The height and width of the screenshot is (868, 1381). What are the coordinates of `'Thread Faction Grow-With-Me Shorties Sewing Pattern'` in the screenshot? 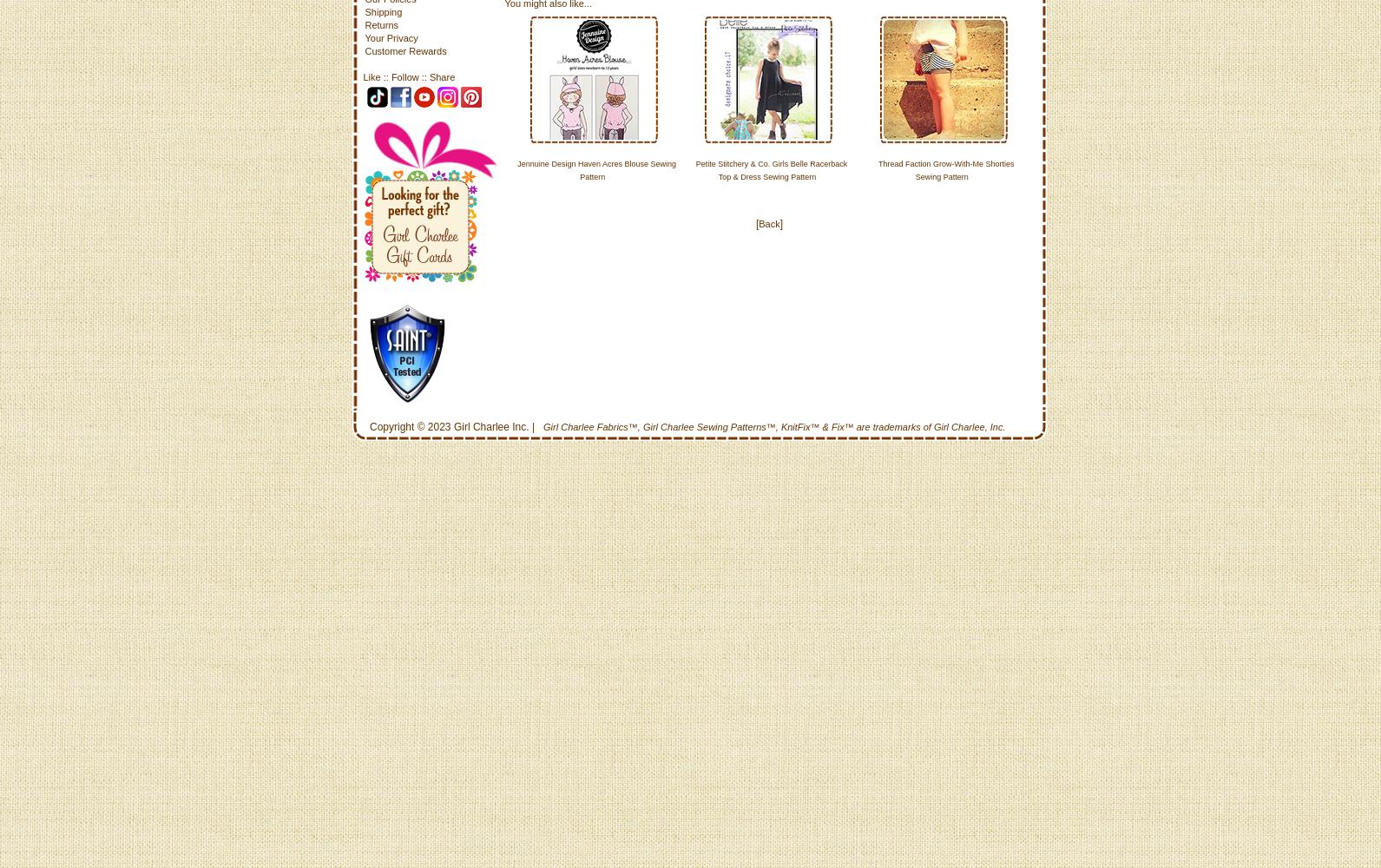 It's located at (945, 169).